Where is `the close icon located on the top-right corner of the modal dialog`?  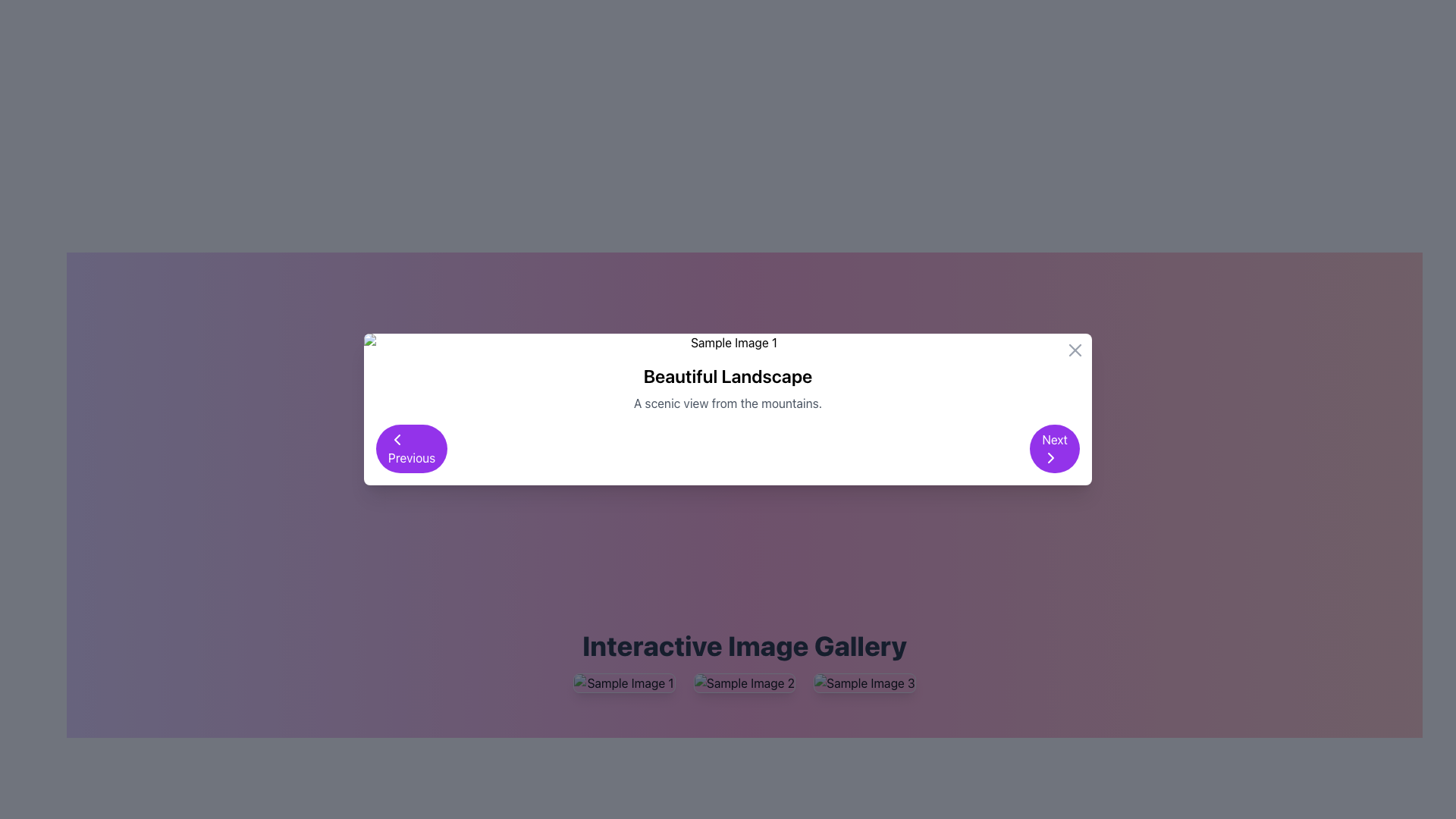 the close icon located on the top-right corner of the modal dialog is located at coordinates (1074, 350).